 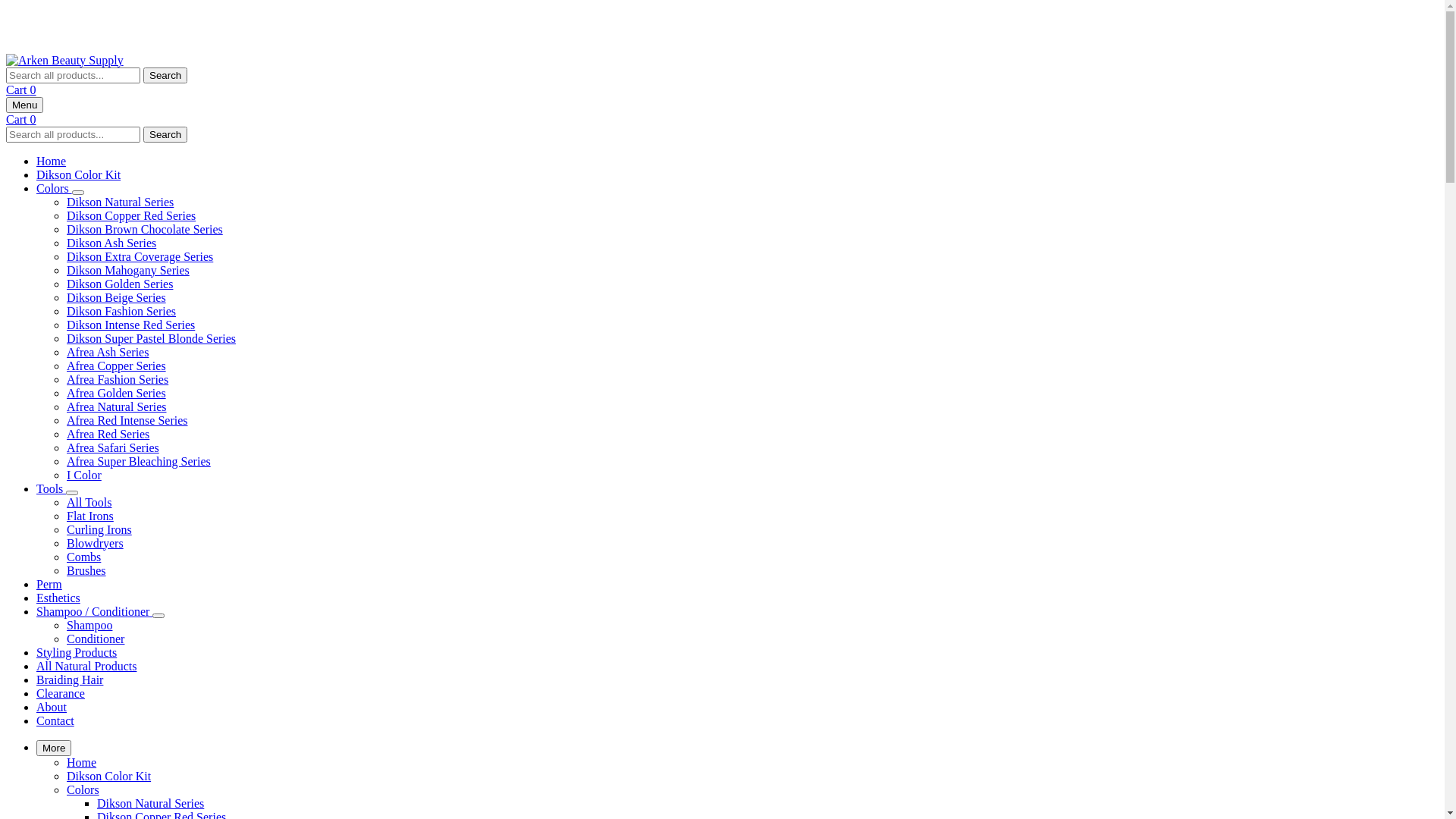 I want to click on 'Tools', so click(x=51, y=488).